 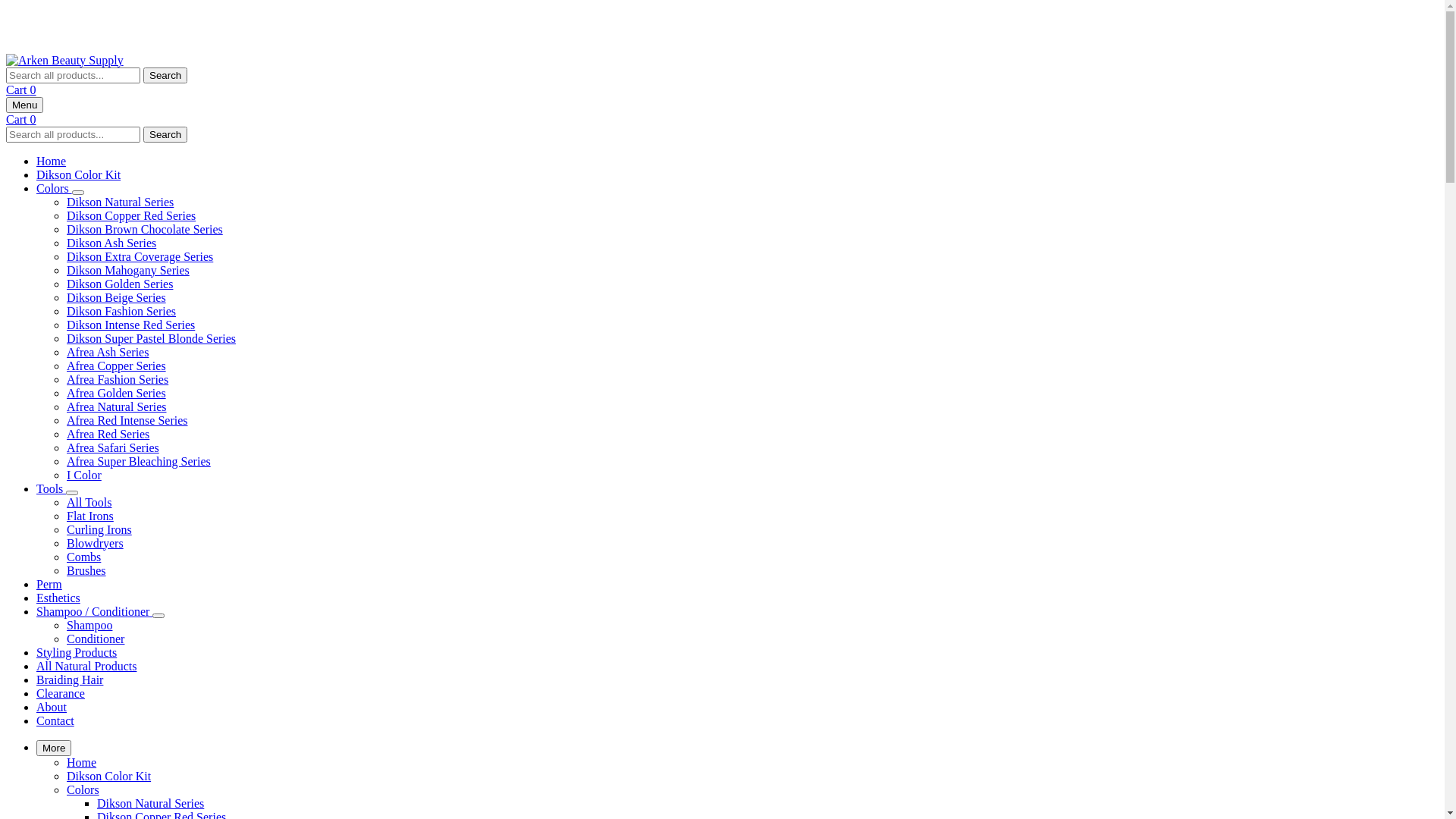 I want to click on 'Tools', so click(x=51, y=488).